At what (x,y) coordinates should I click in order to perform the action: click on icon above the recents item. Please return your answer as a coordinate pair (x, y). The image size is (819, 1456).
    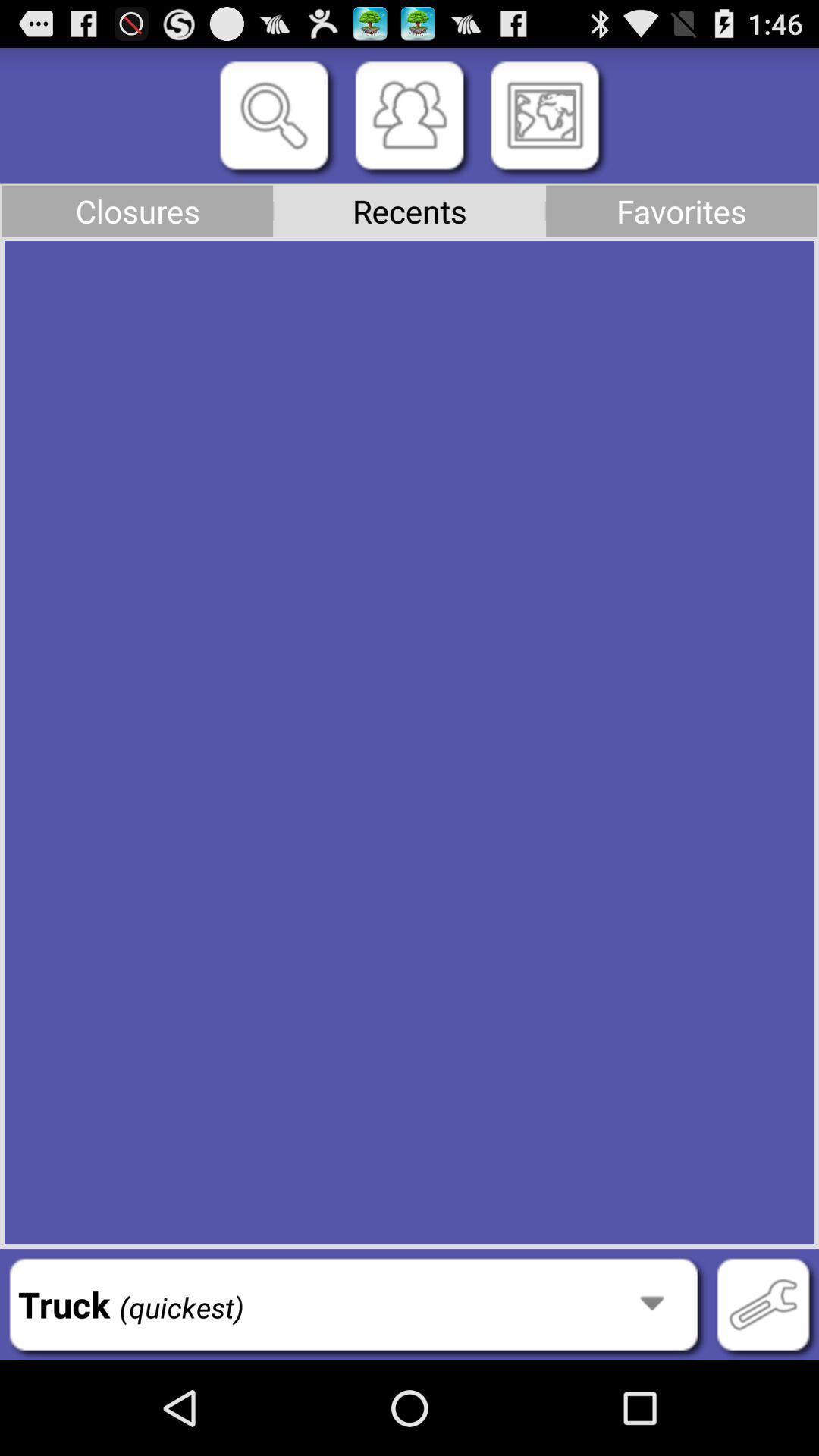
    Looking at the image, I should click on (409, 115).